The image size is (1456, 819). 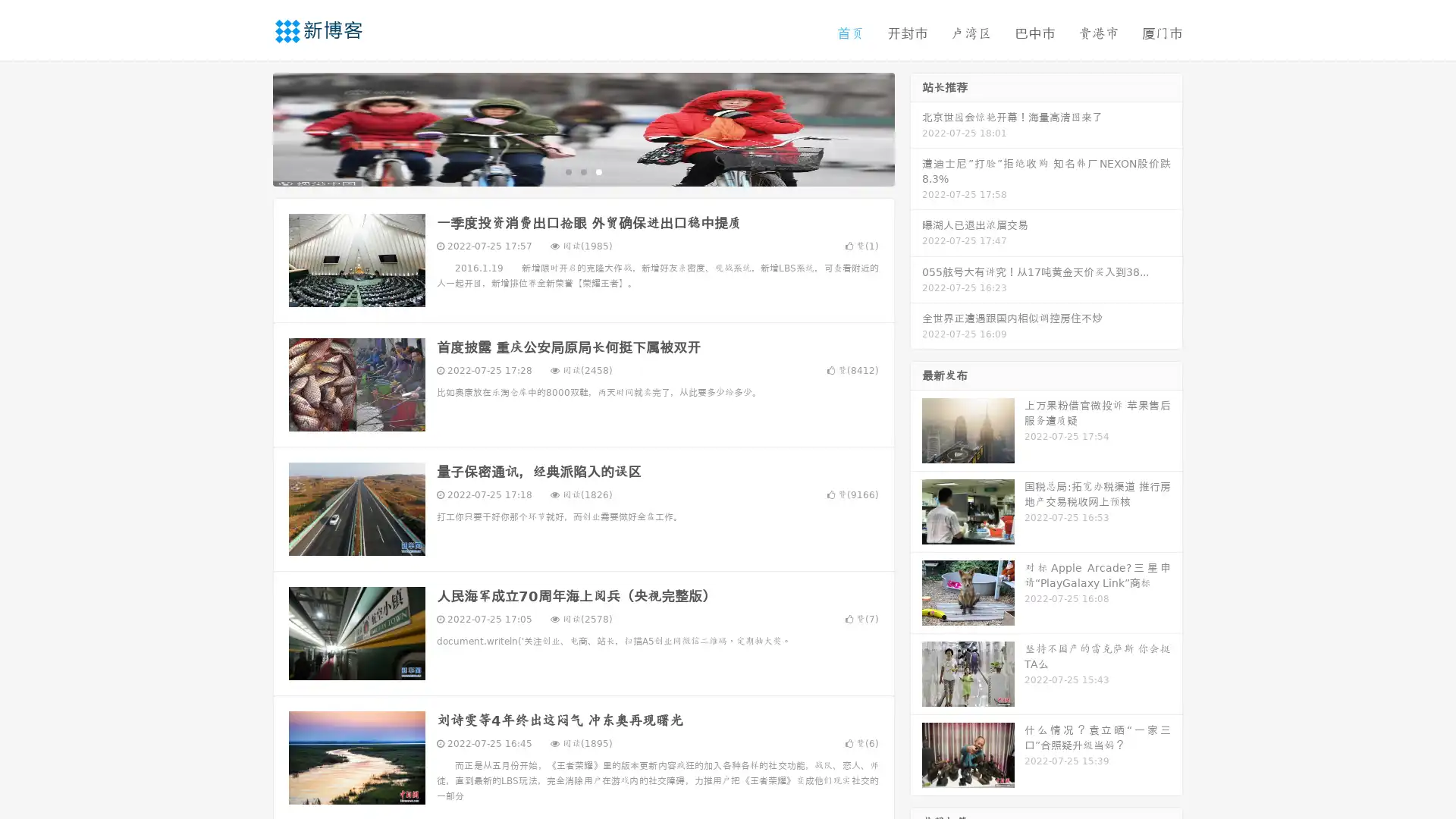 What do you see at coordinates (567, 171) in the screenshot?
I see `Go to slide 1` at bounding box center [567, 171].